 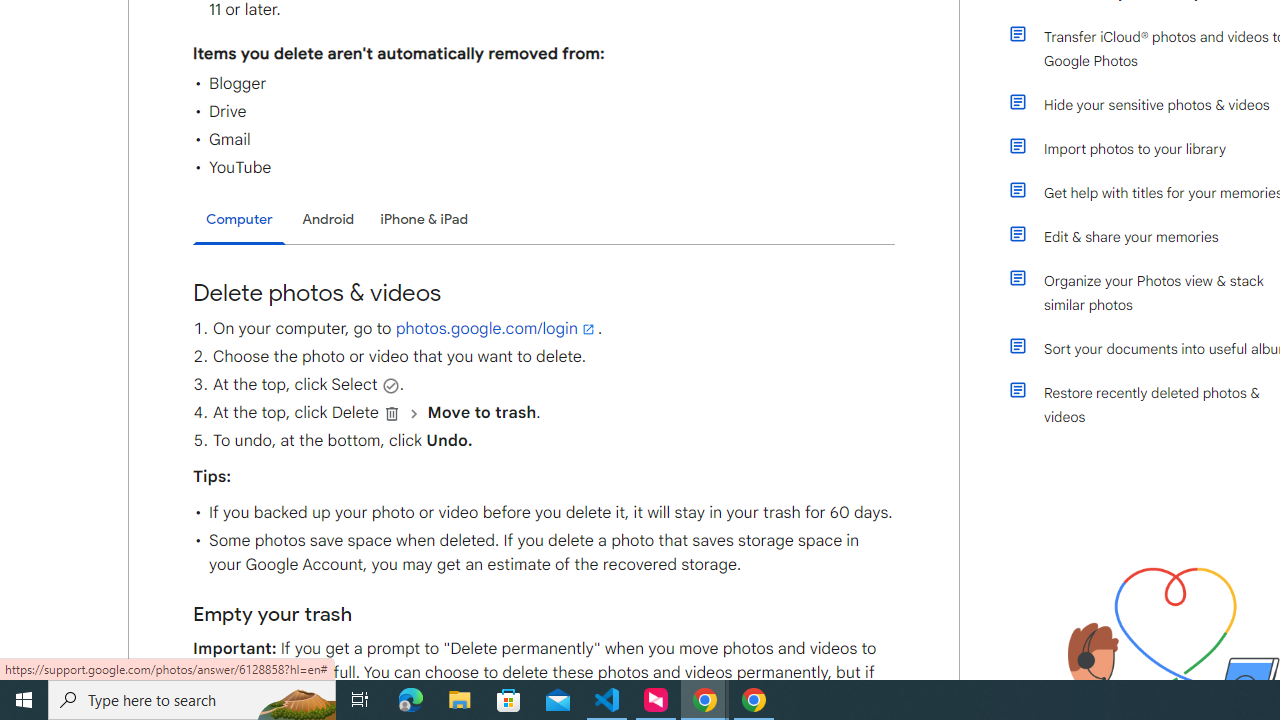 I want to click on 'Android', so click(x=328, y=219).